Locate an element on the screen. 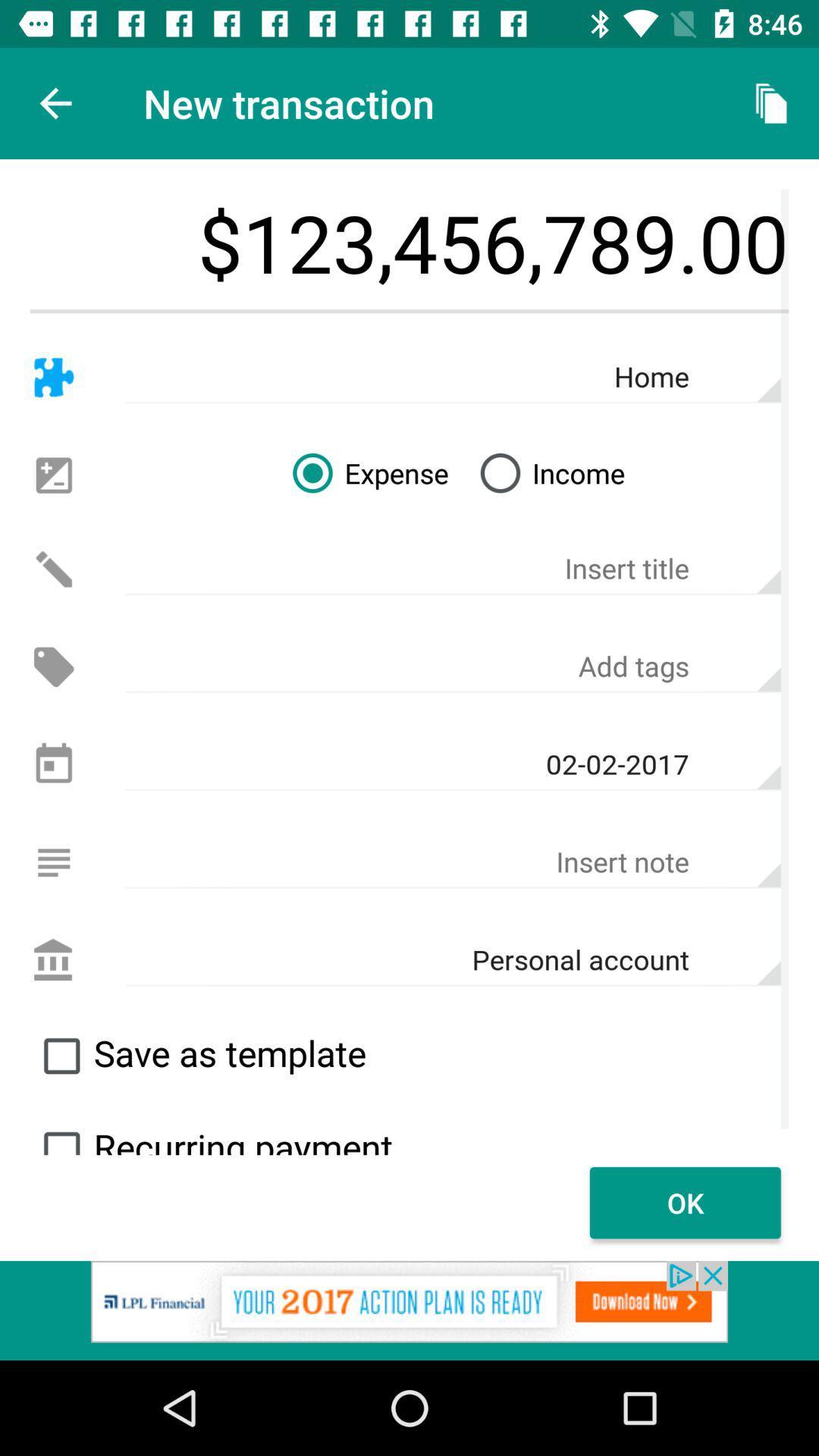 The height and width of the screenshot is (1456, 819). insert mode is located at coordinates (53, 862).